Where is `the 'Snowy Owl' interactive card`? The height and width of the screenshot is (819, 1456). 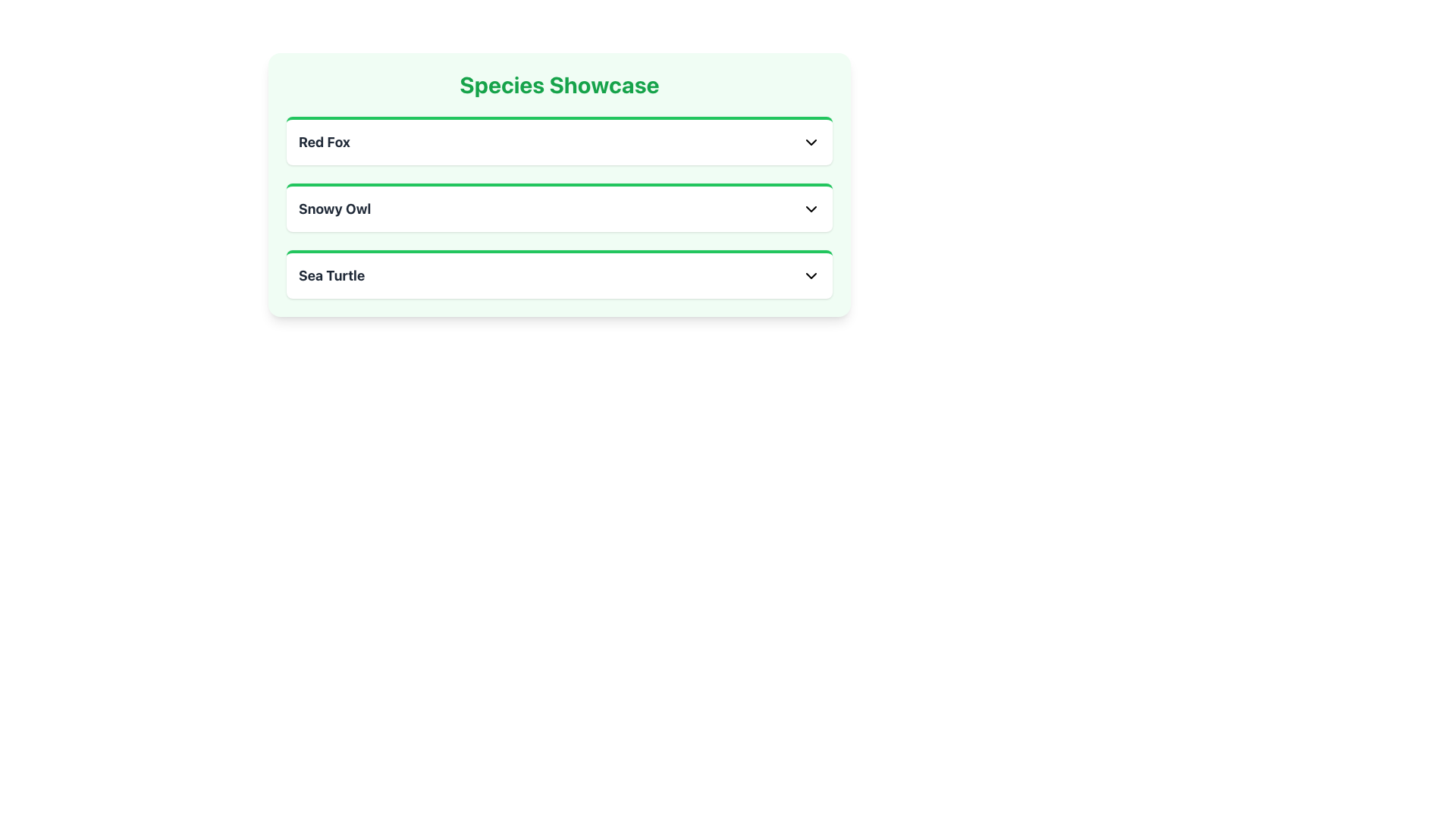 the 'Snowy Owl' interactive card is located at coordinates (559, 207).